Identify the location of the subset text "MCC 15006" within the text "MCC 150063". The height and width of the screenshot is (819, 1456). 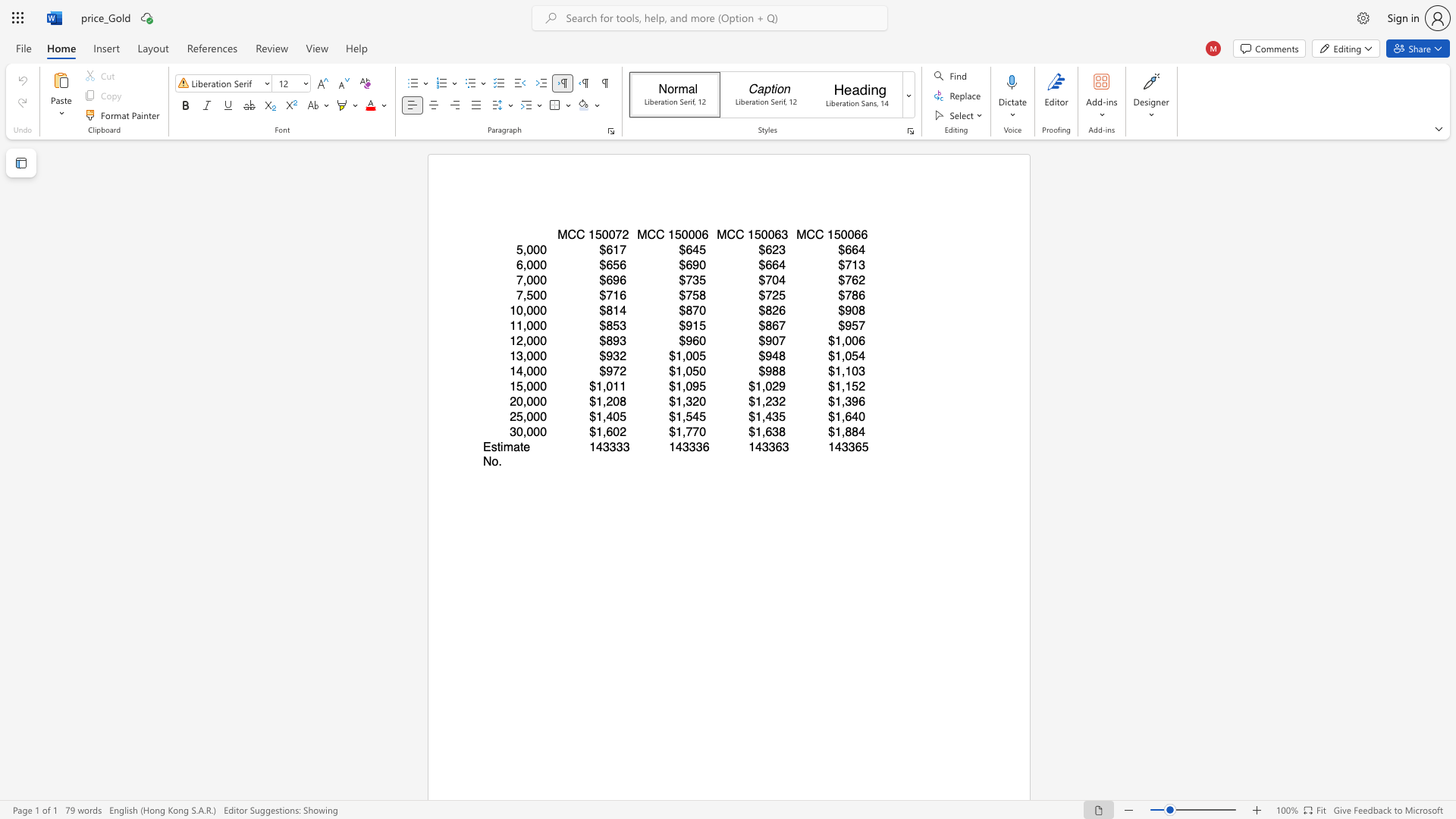
(716, 234).